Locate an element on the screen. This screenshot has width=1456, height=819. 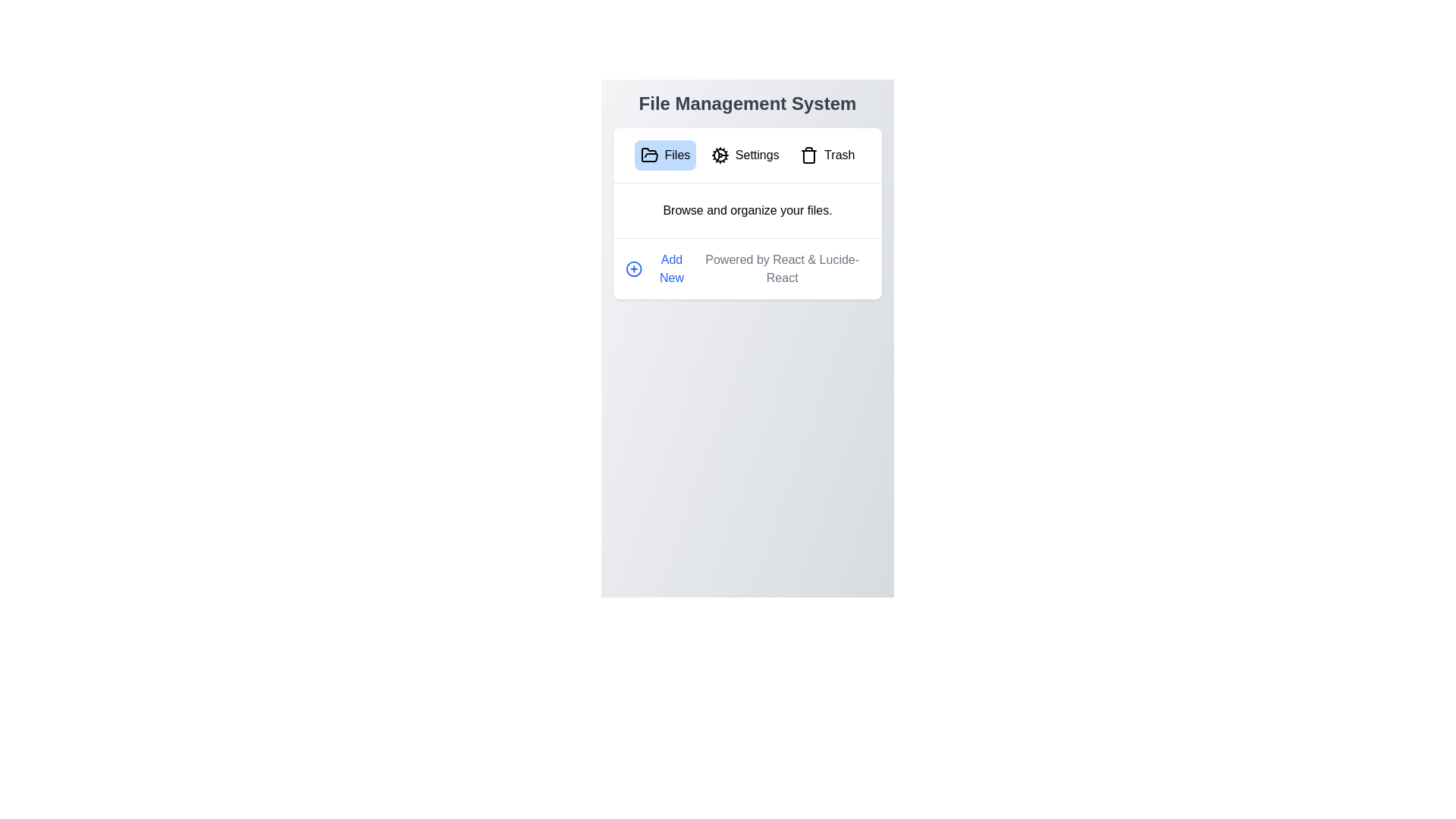
the Settings tab by clicking on its corresponding button is located at coordinates (745, 155).